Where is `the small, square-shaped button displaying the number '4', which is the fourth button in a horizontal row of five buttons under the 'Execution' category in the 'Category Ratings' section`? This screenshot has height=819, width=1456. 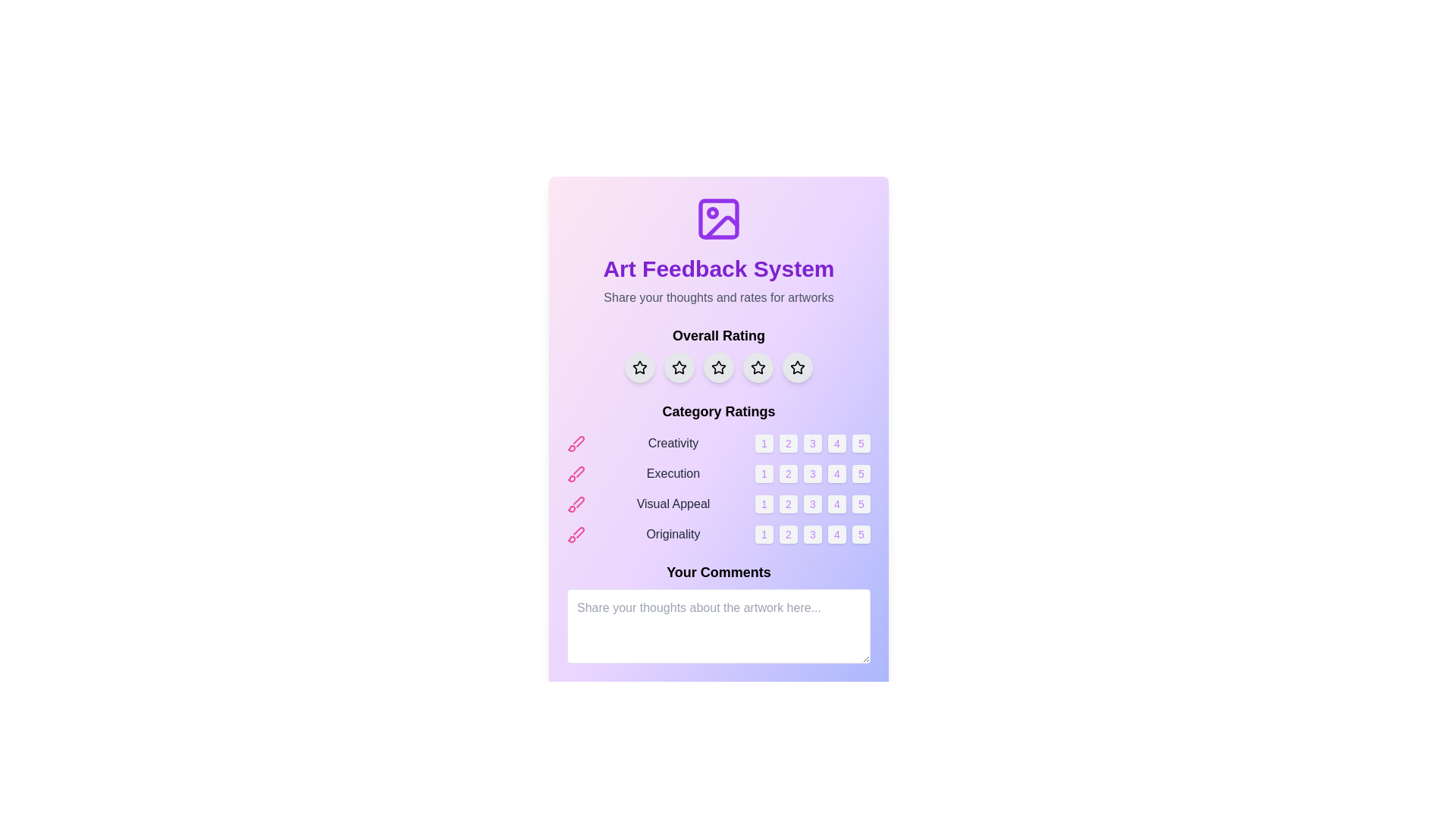
the small, square-shaped button displaying the number '4', which is the fourth button in a horizontal row of five buttons under the 'Execution' category in the 'Category Ratings' section is located at coordinates (836, 472).